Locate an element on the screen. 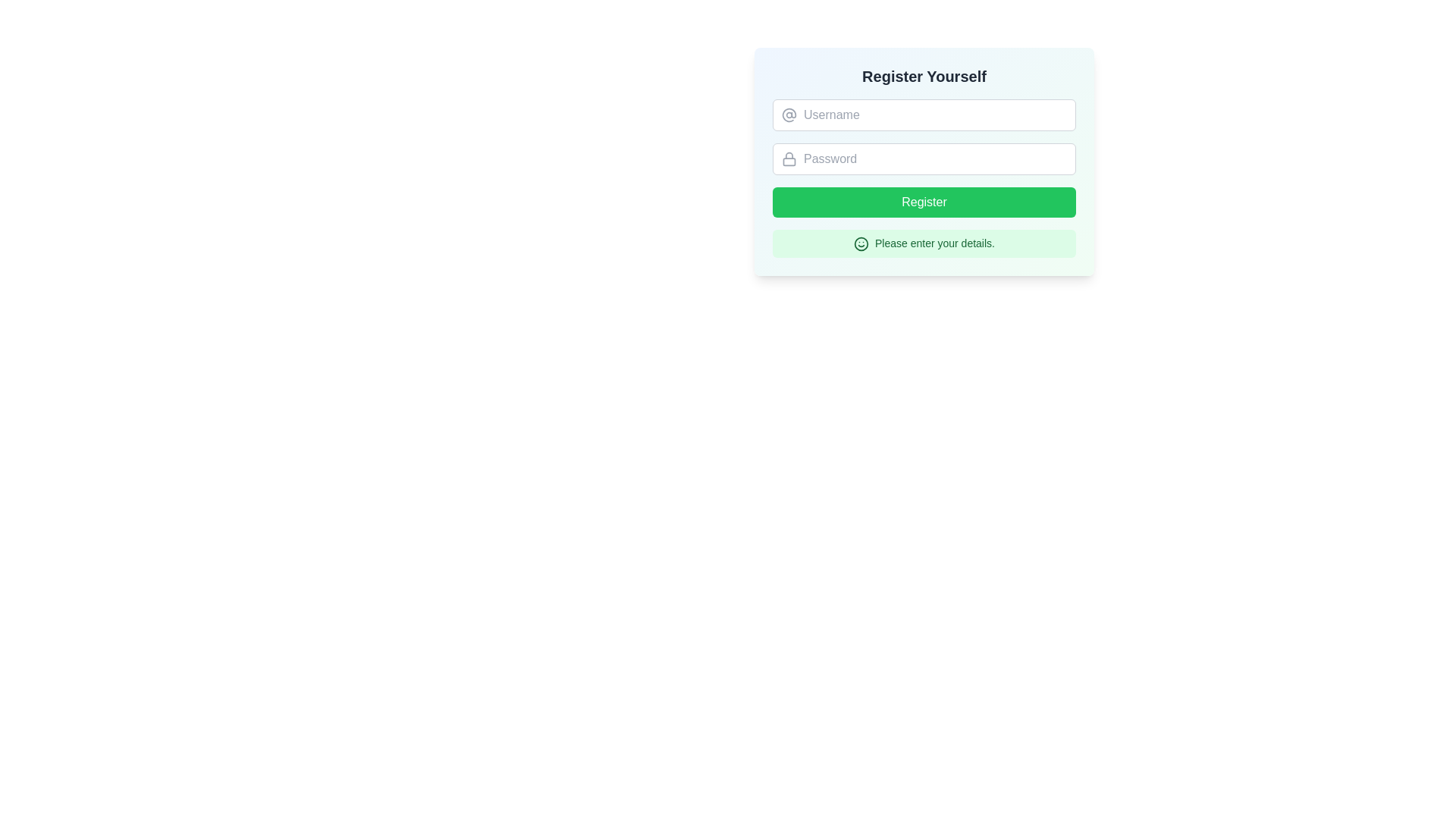 Image resolution: width=1456 pixels, height=819 pixels. the lower rectangle of the lock icon, which is part of the graphical decoration within the SVG element, located near the left side of the password input field is located at coordinates (789, 162).